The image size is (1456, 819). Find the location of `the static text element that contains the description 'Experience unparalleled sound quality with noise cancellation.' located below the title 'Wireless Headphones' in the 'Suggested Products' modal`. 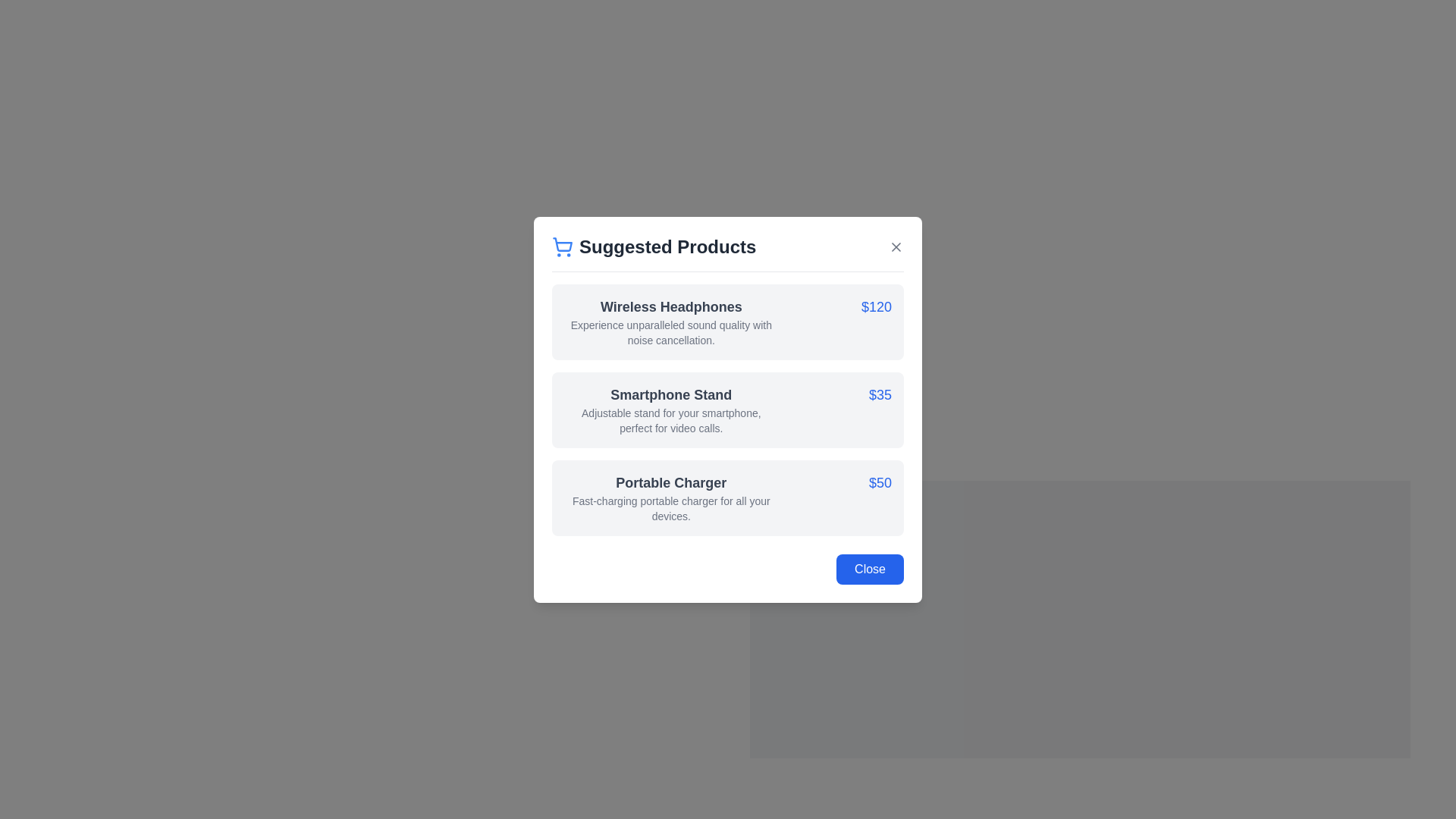

the static text element that contains the description 'Experience unparalleled sound quality with noise cancellation.' located below the title 'Wireless Headphones' in the 'Suggested Products' modal is located at coordinates (670, 331).